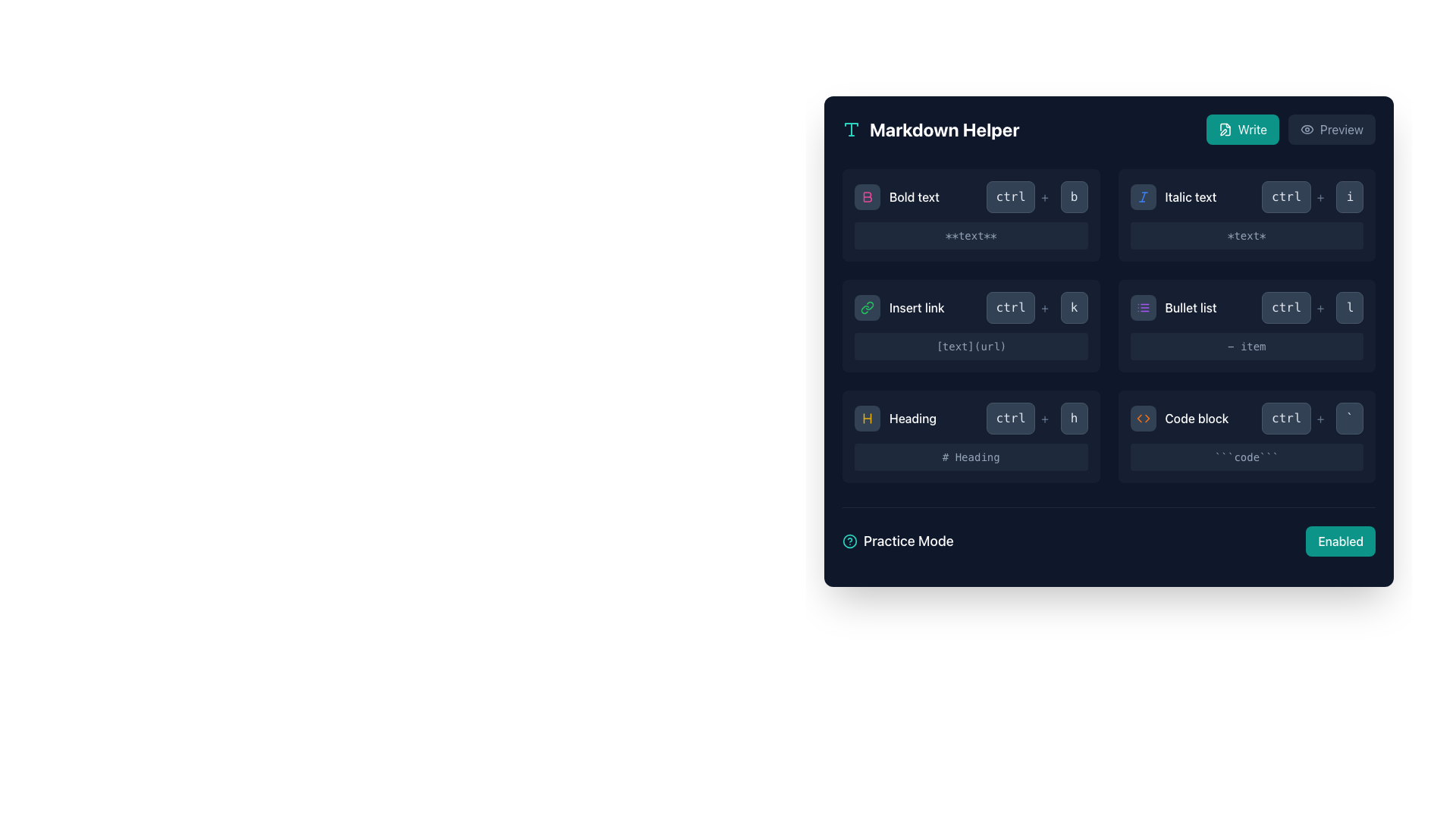 Image resolution: width=1456 pixels, height=819 pixels. Describe the element at coordinates (1172, 196) in the screenshot. I see `the 'Italic text' option in the top-right section of the Markdown Helper interface, which is the second element in the first row` at that location.